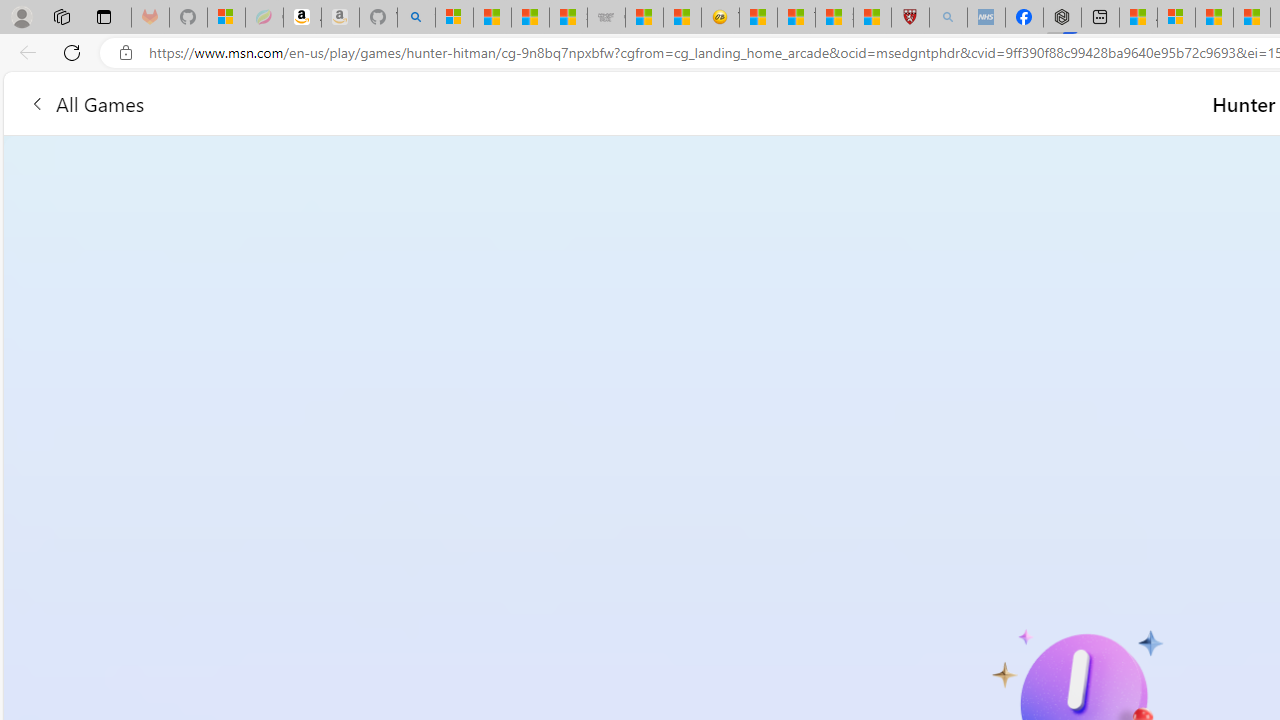 Image resolution: width=1280 pixels, height=720 pixels. I want to click on 'Microsoft-Report a Concern to Bing', so click(225, 17).